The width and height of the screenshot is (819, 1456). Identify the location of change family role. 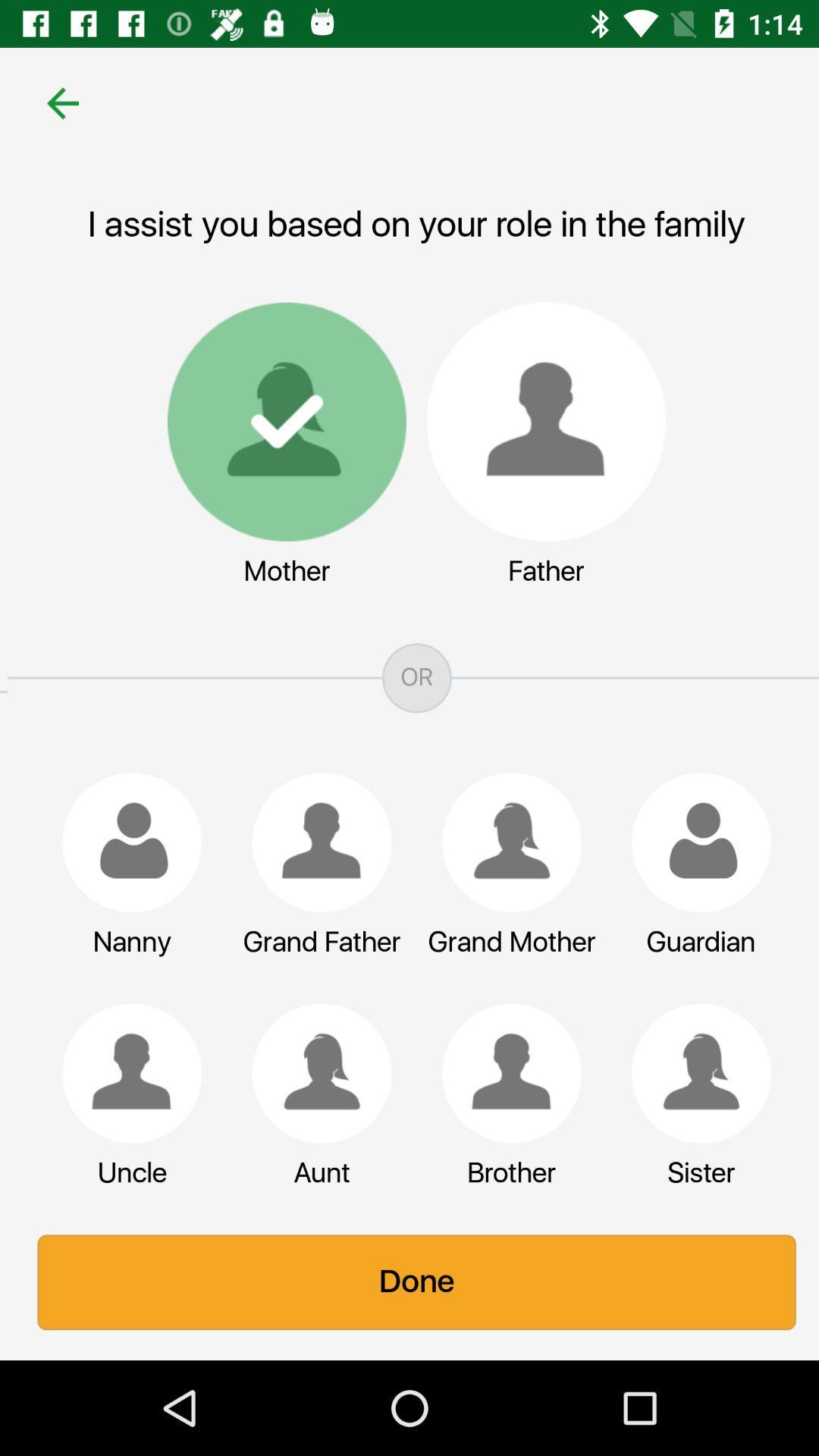
(124, 1072).